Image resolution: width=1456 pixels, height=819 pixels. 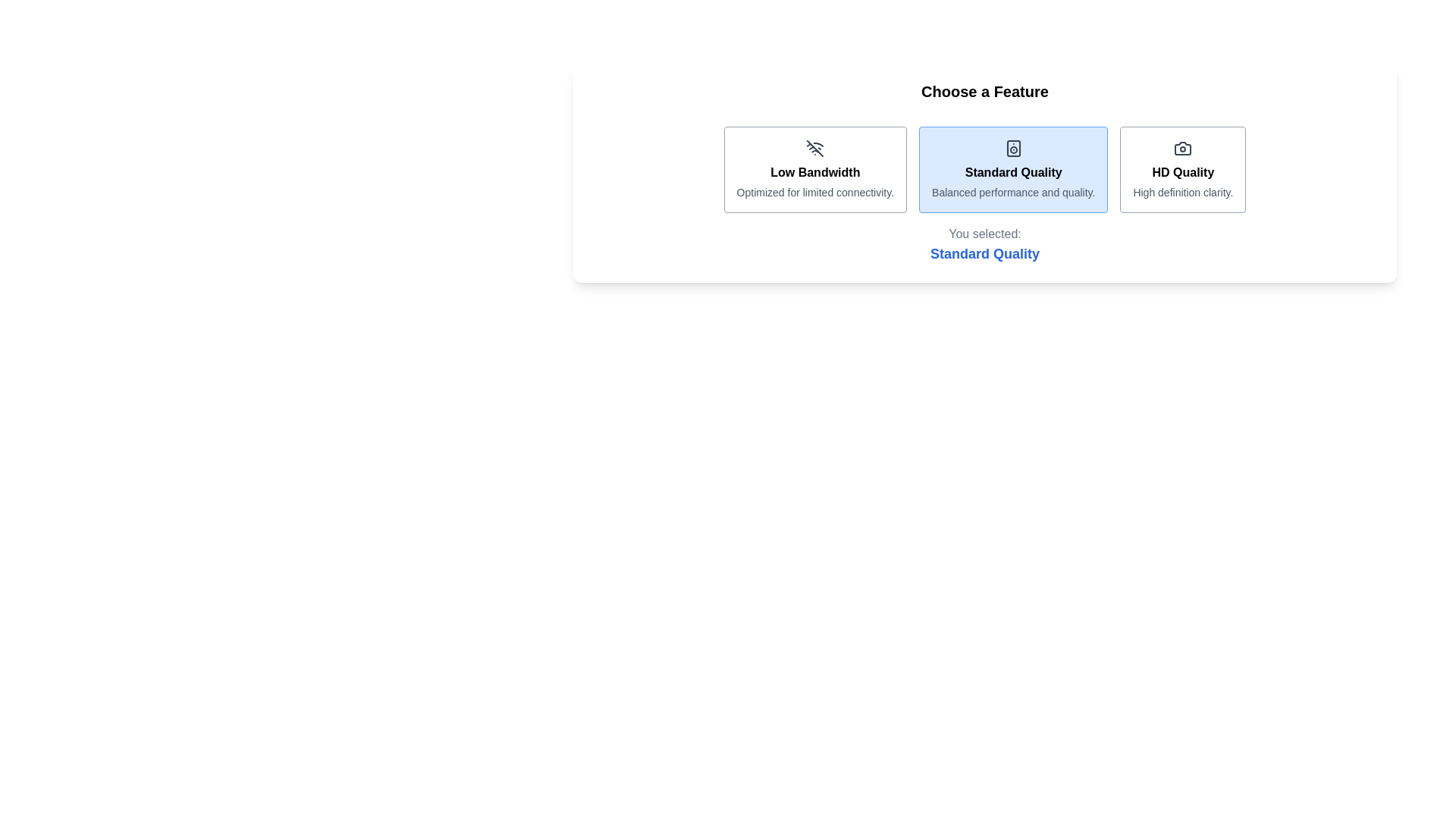 What do you see at coordinates (1182, 171) in the screenshot?
I see `the 'HD Quality' text label which is located within the third feature selection card, styled in bold black font and positioned above the descriptive text 'High definition clarity.'` at bounding box center [1182, 171].